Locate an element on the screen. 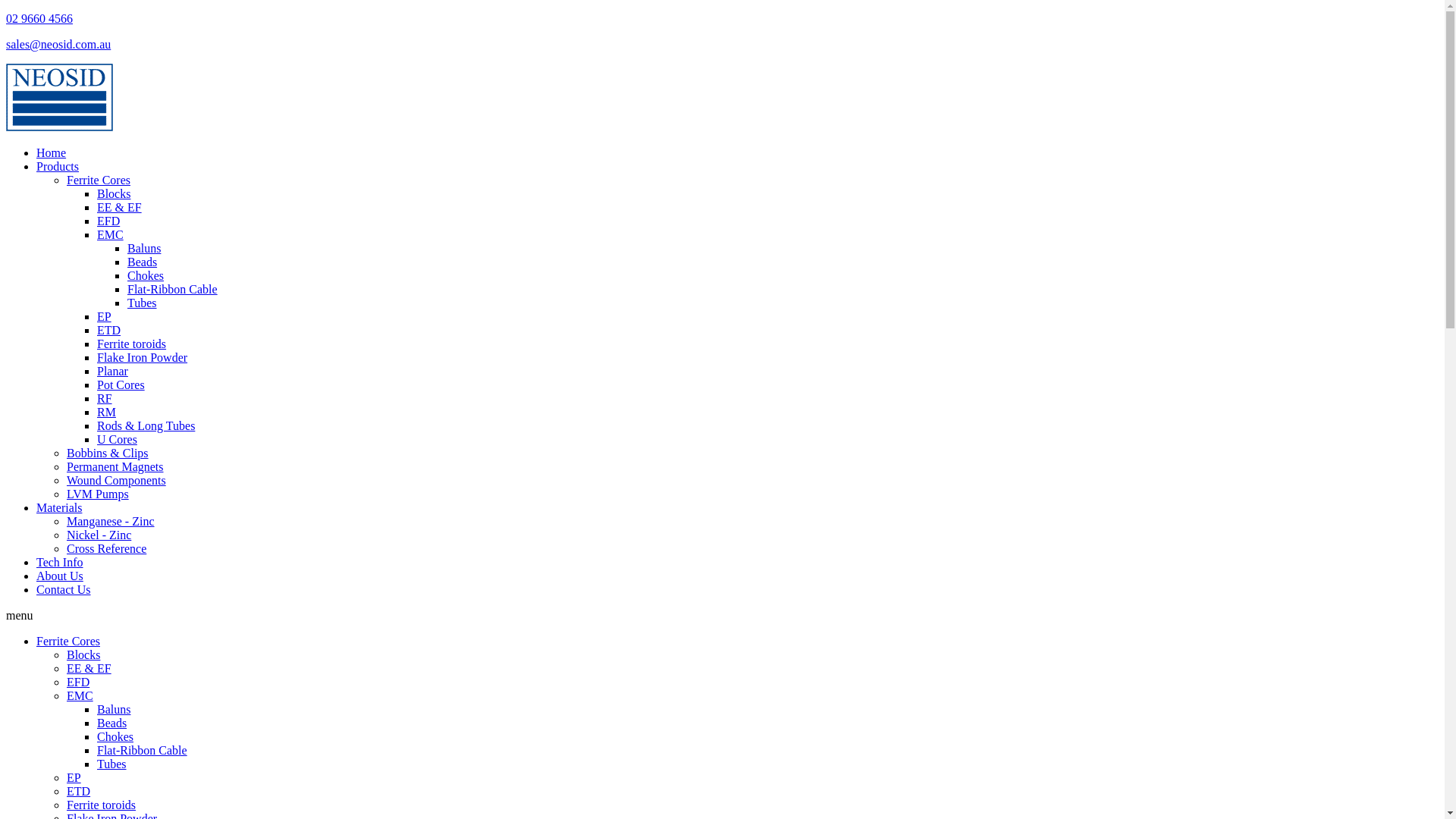 This screenshot has height=819, width=1456. 'ETD' is located at coordinates (108, 329).